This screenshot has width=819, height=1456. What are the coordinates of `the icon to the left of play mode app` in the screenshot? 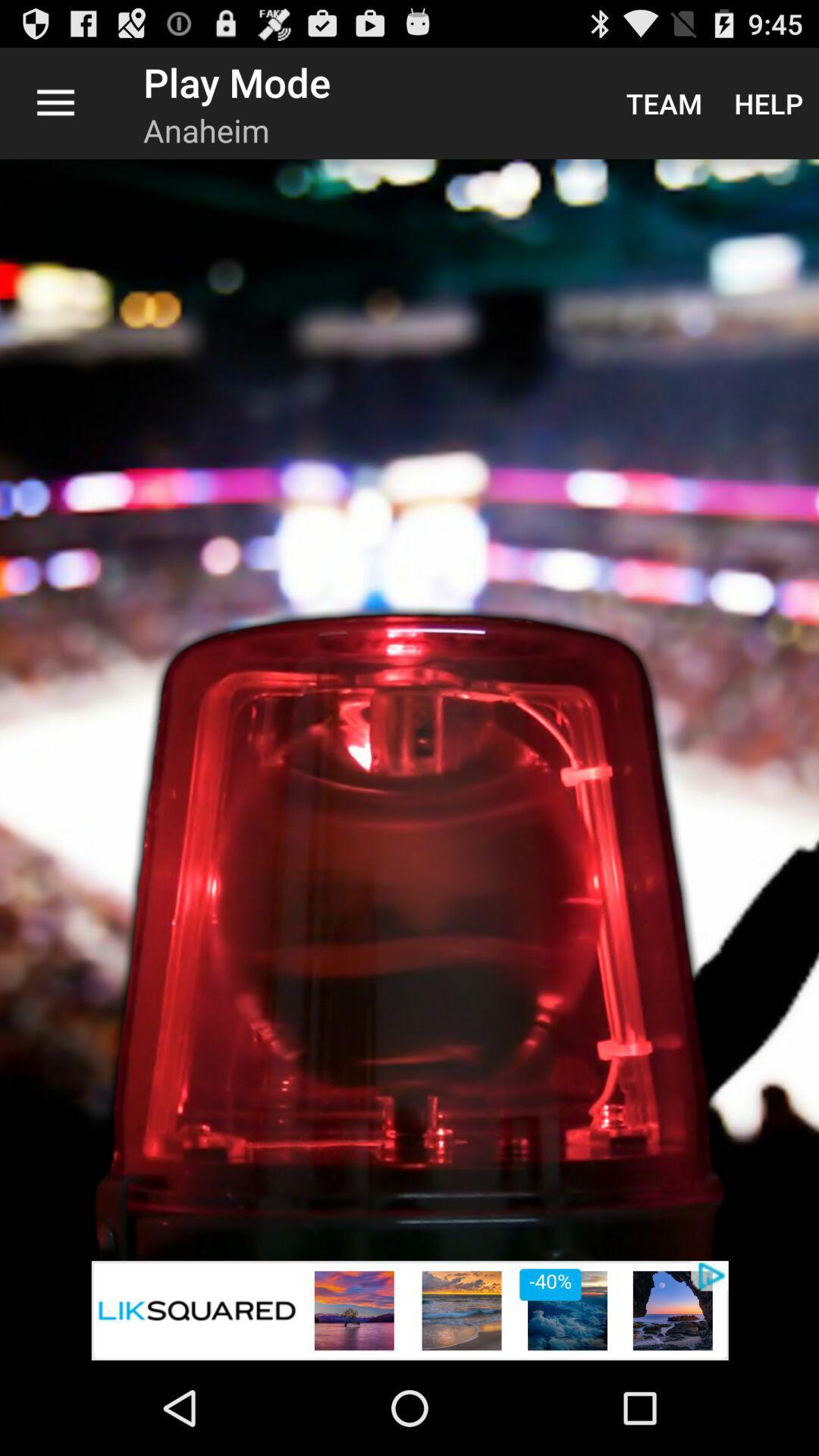 It's located at (55, 102).